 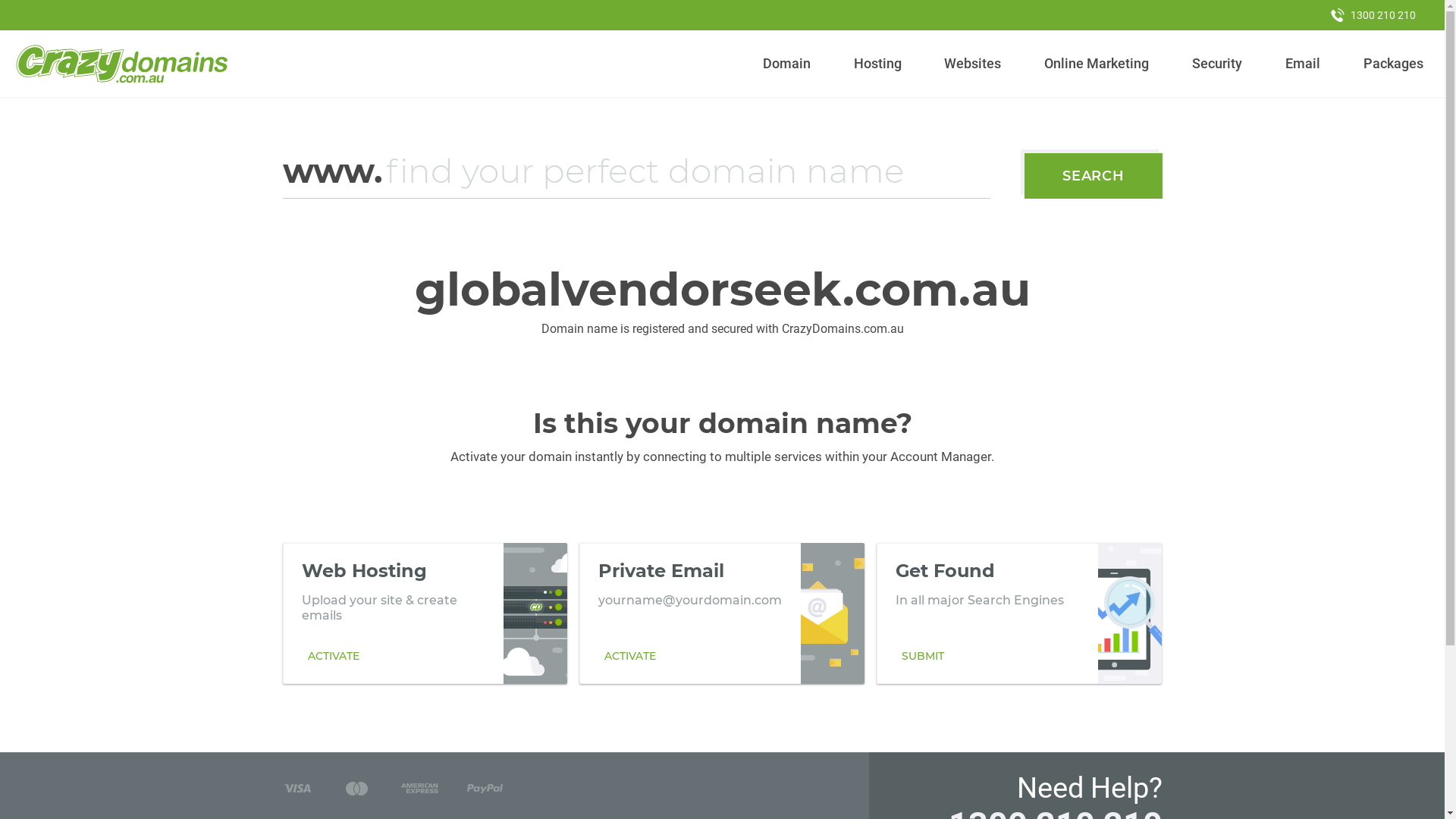 What do you see at coordinates (1037, 63) in the screenshot?
I see `'Online Marketing'` at bounding box center [1037, 63].